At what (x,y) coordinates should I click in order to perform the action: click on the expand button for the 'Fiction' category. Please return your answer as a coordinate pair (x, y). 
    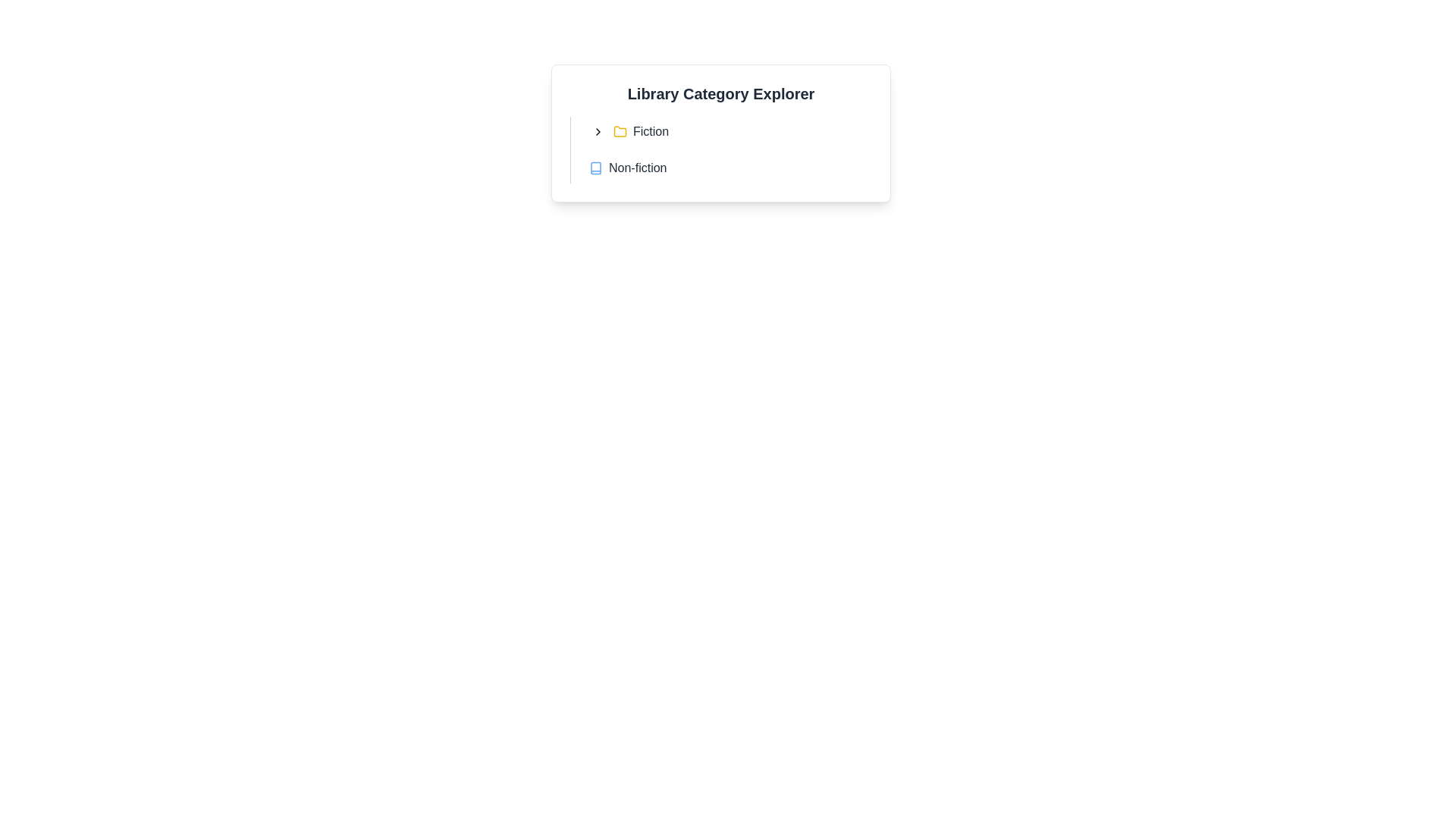
    Looking at the image, I should click on (597, 130).